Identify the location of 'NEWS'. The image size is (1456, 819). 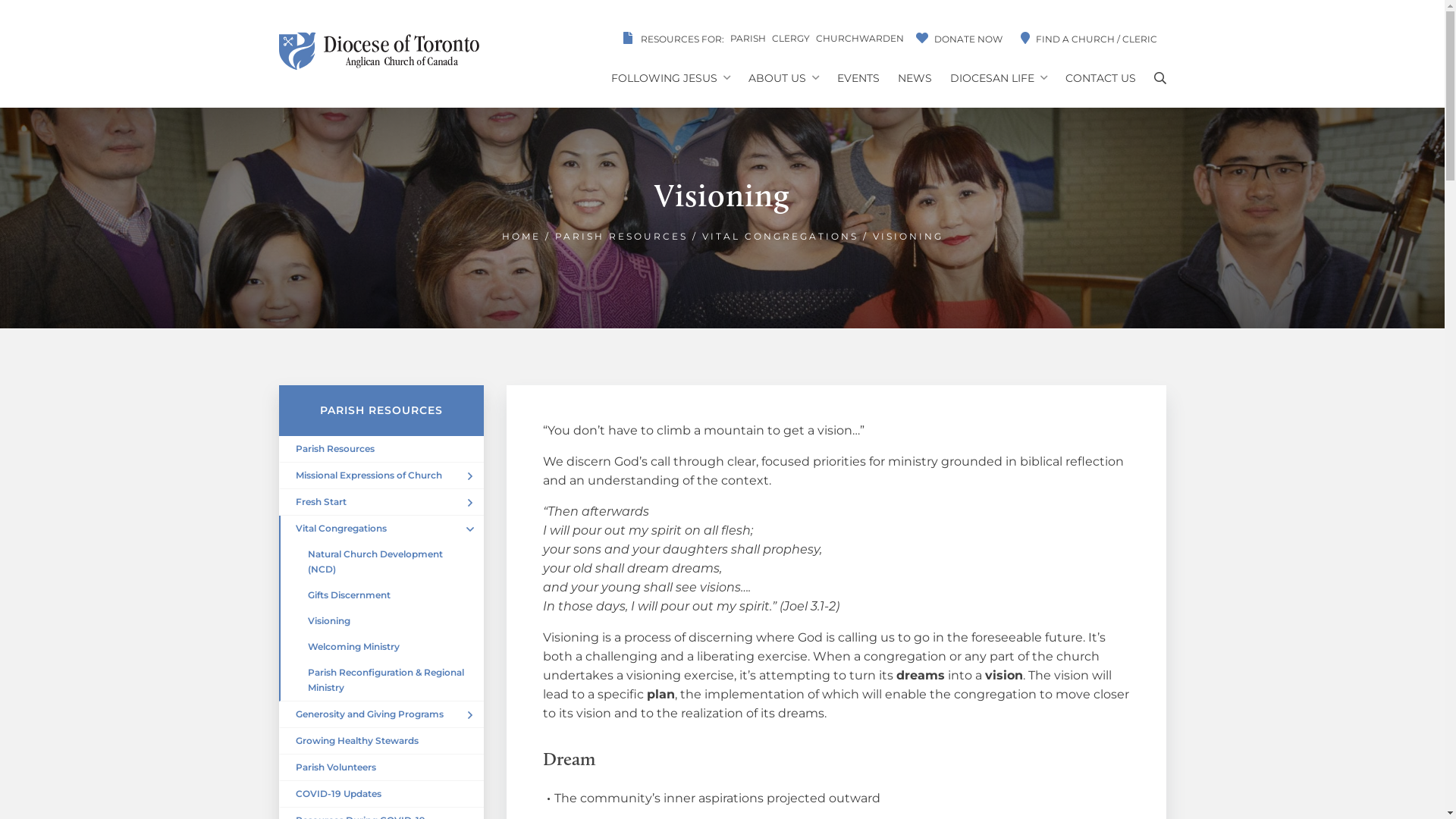
(888, 78).